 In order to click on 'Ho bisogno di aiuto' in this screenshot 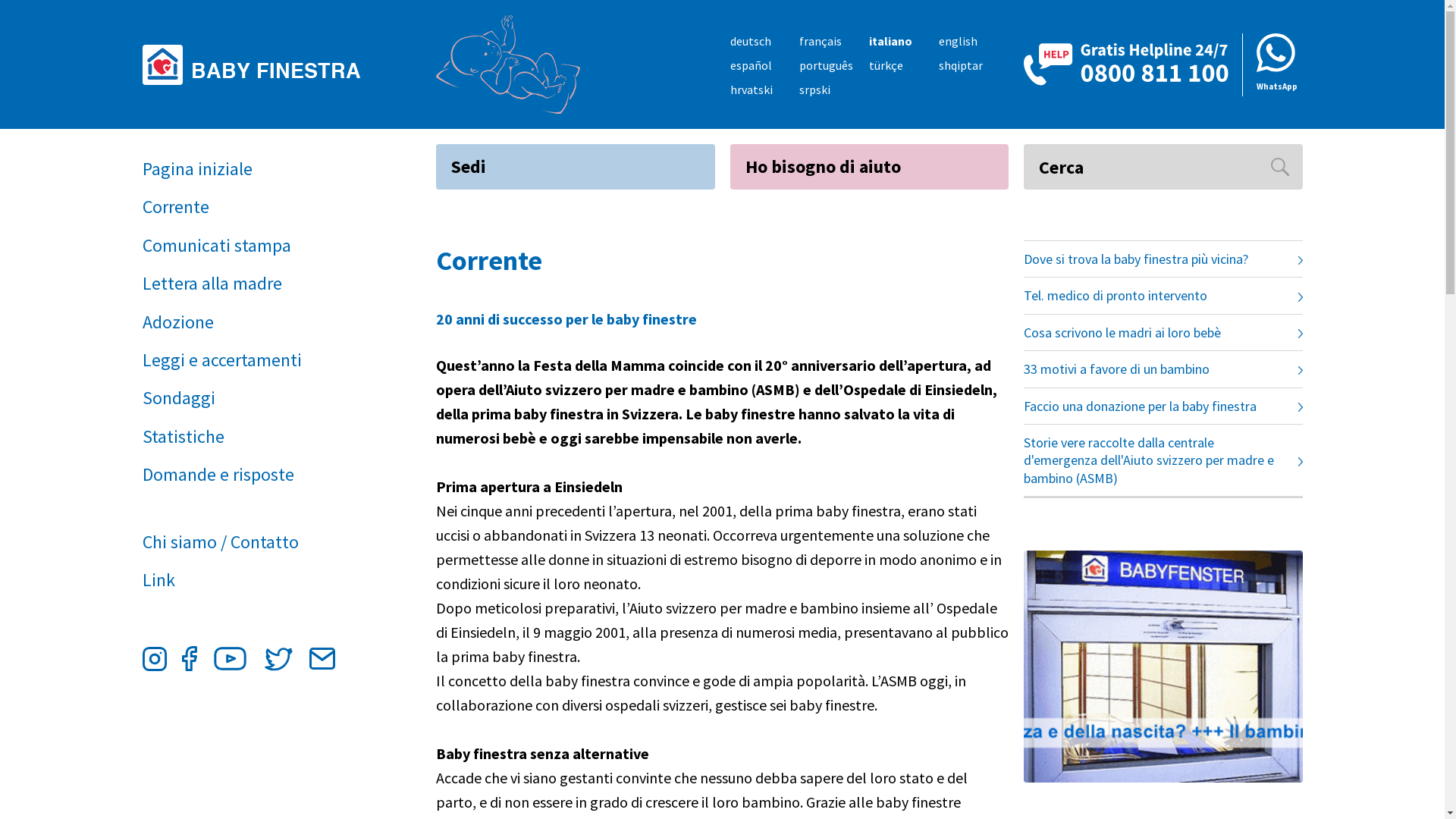, I will do `click(869, 166)`.